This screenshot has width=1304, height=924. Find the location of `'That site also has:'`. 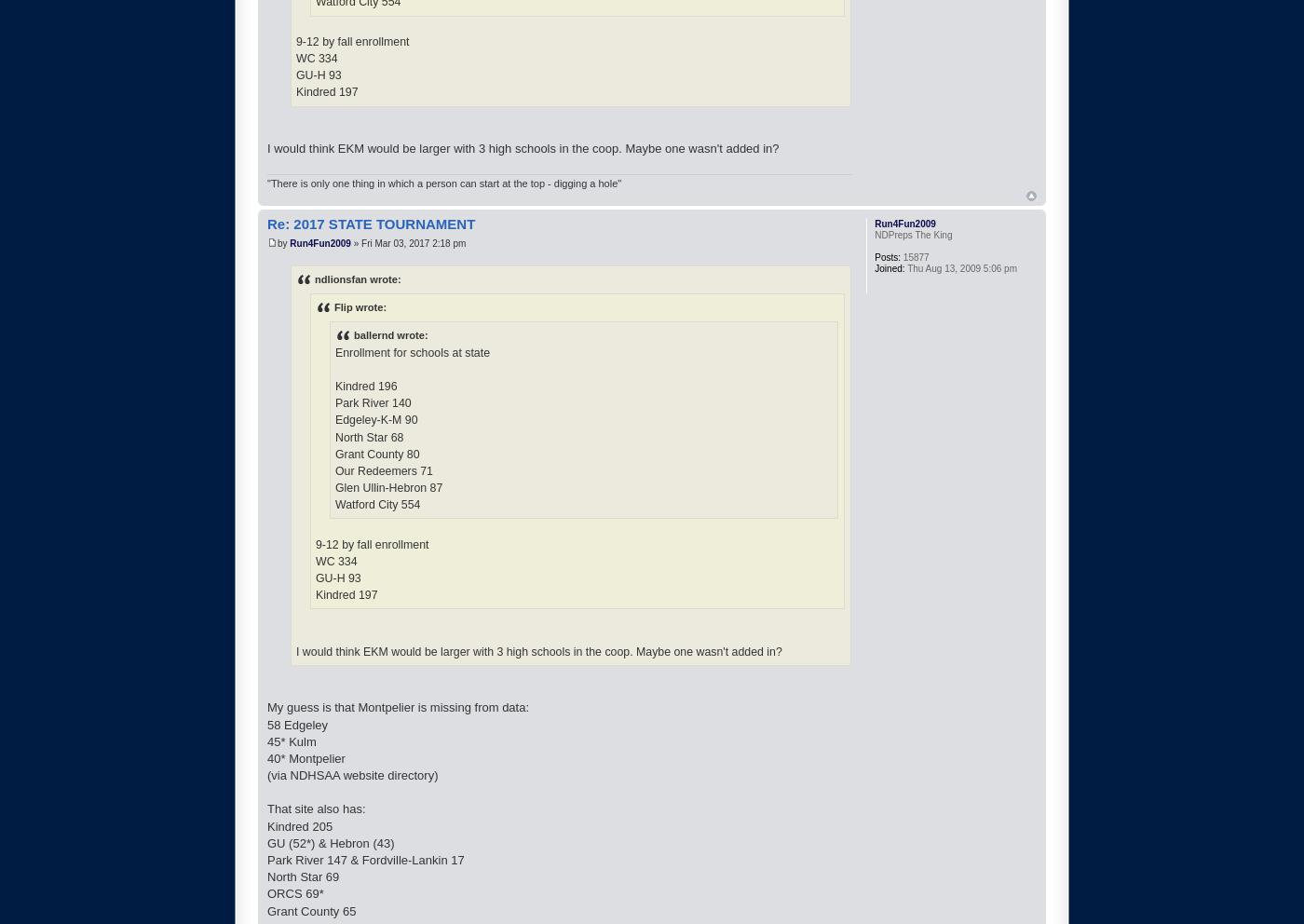

'That site also has:' is located at coordinates (316, 808).